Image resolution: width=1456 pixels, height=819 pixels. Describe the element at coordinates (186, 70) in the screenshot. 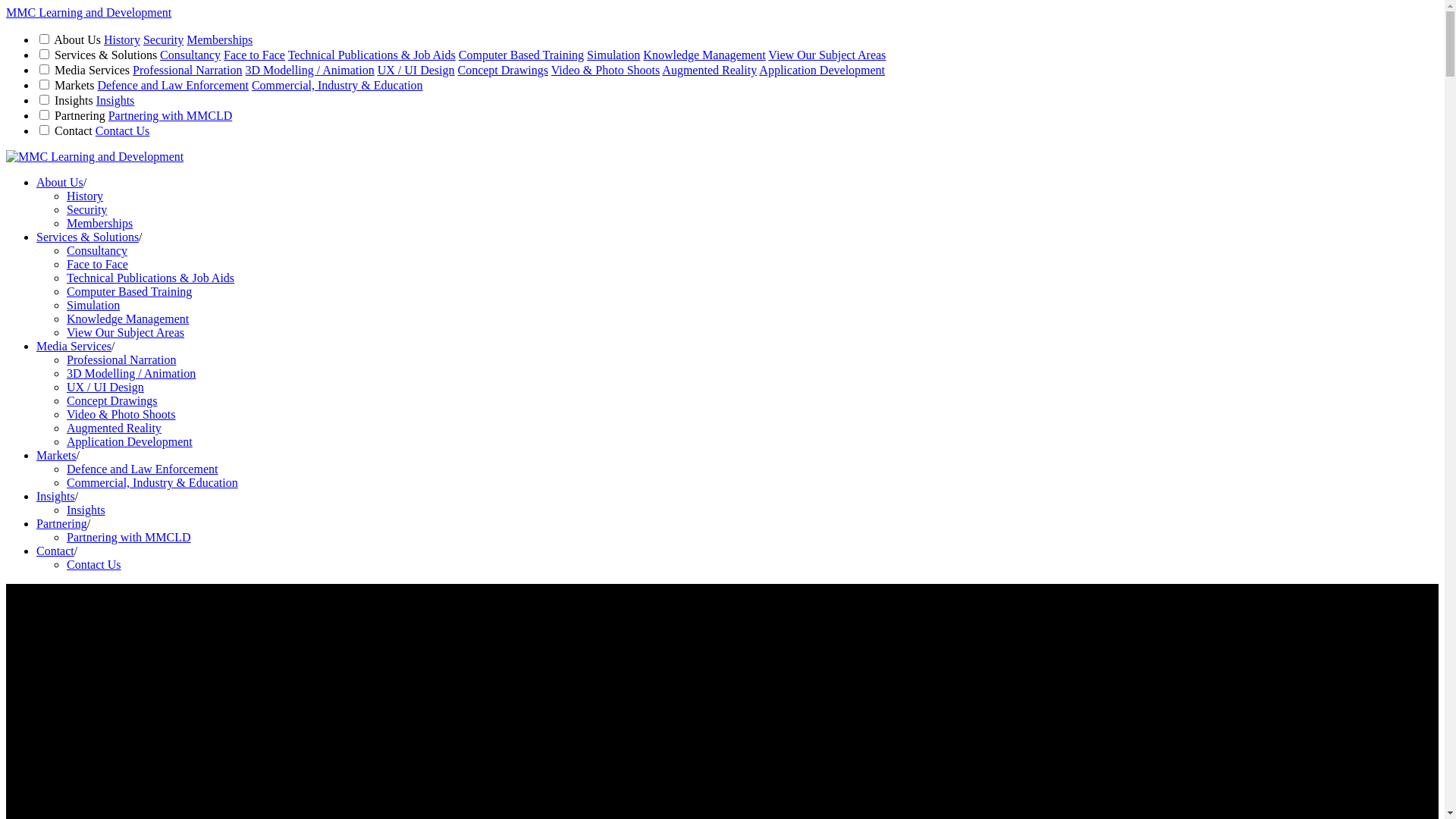

I see `'Professional Narration'` at that location.